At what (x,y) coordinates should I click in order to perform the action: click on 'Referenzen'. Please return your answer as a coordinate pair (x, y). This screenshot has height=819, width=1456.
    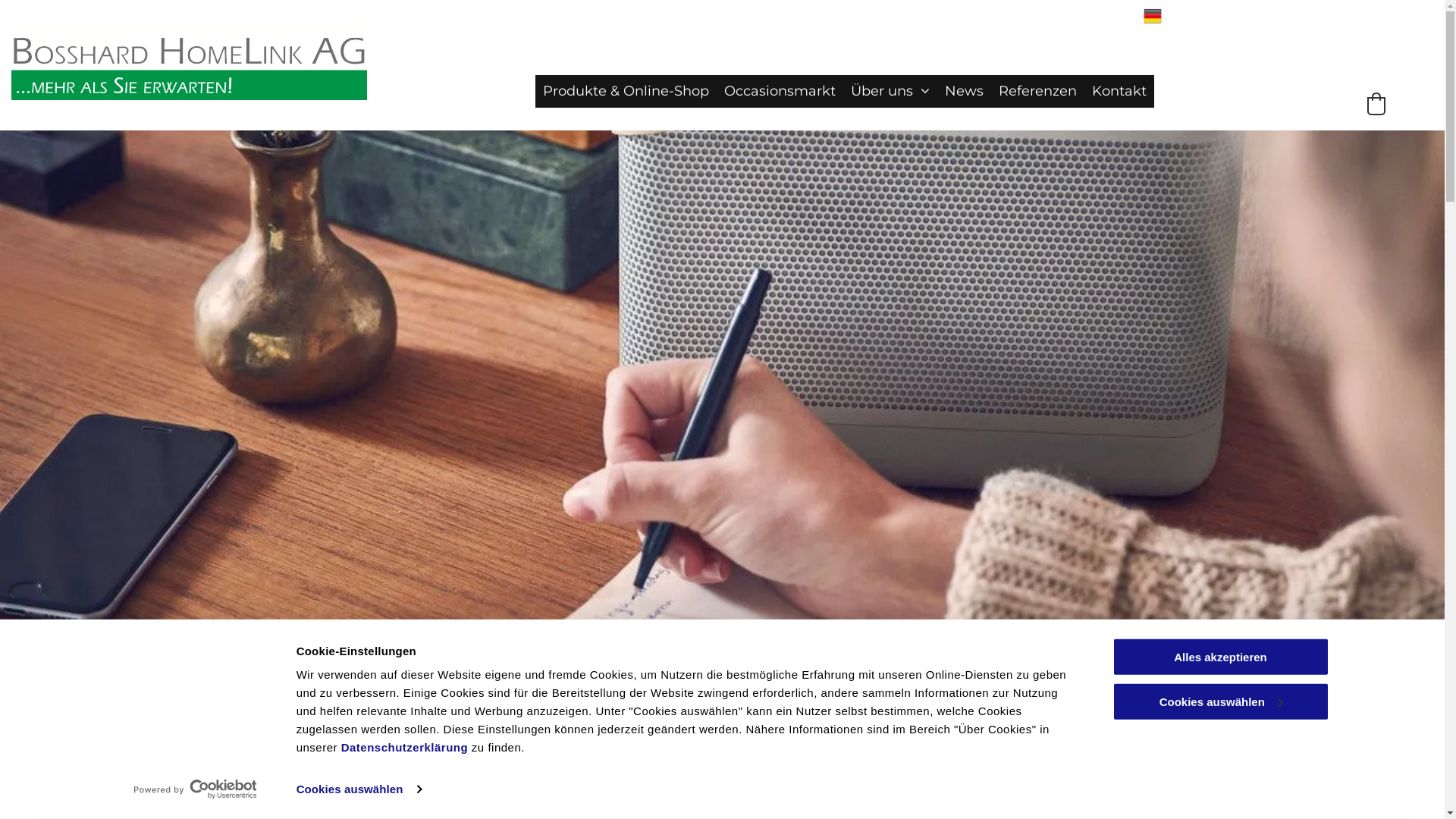
    Looking at the image, I should click on (1037, 91).